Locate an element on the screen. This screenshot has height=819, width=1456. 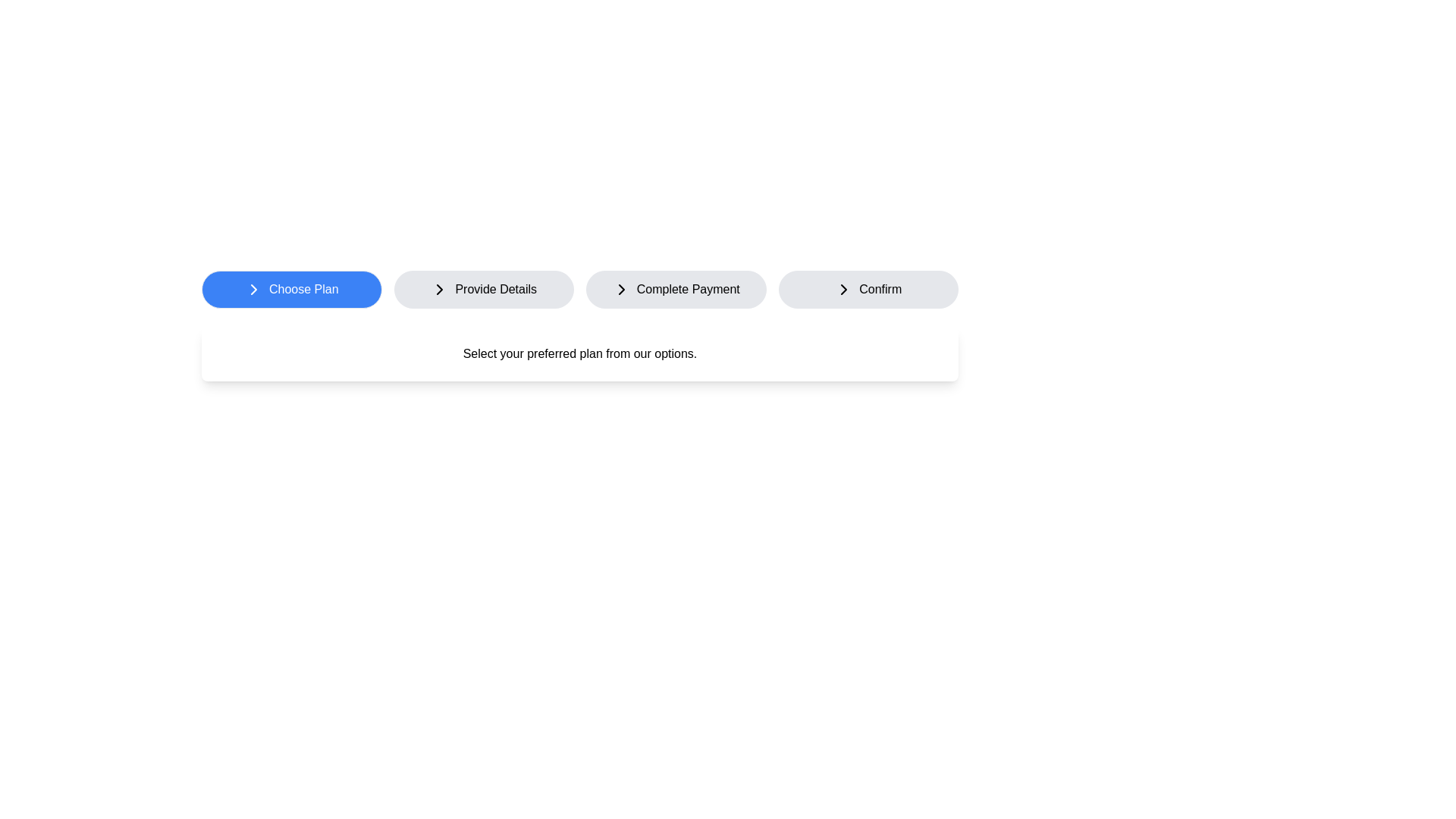
the step button corresponding to Confirm is located at coordinates (868, 289).